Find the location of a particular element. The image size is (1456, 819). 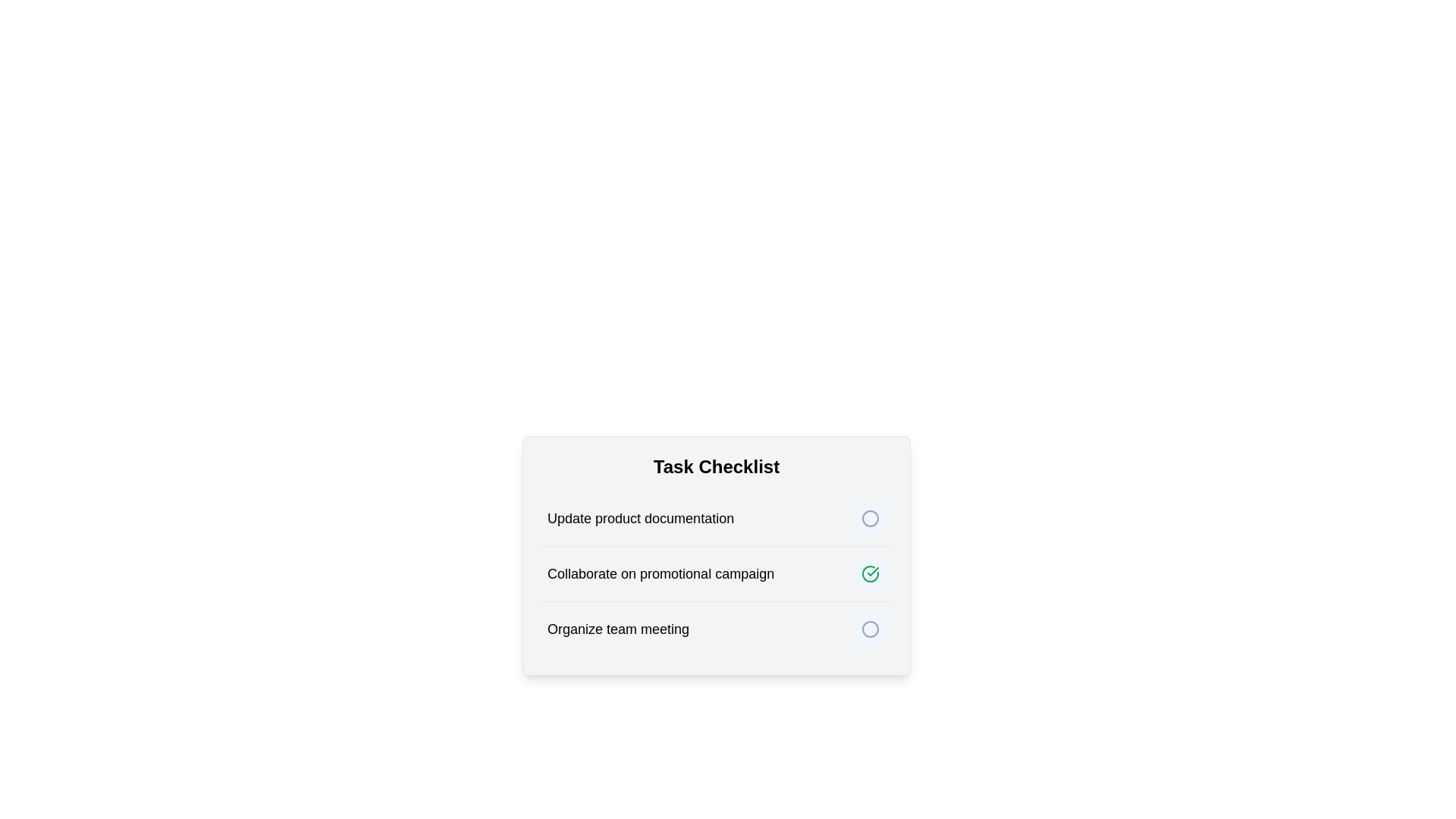

the text label that describes the corresponding checklist action item positioned as the leftmost item in the third row of a horizontally structured group is located at coordinates (618, 629).